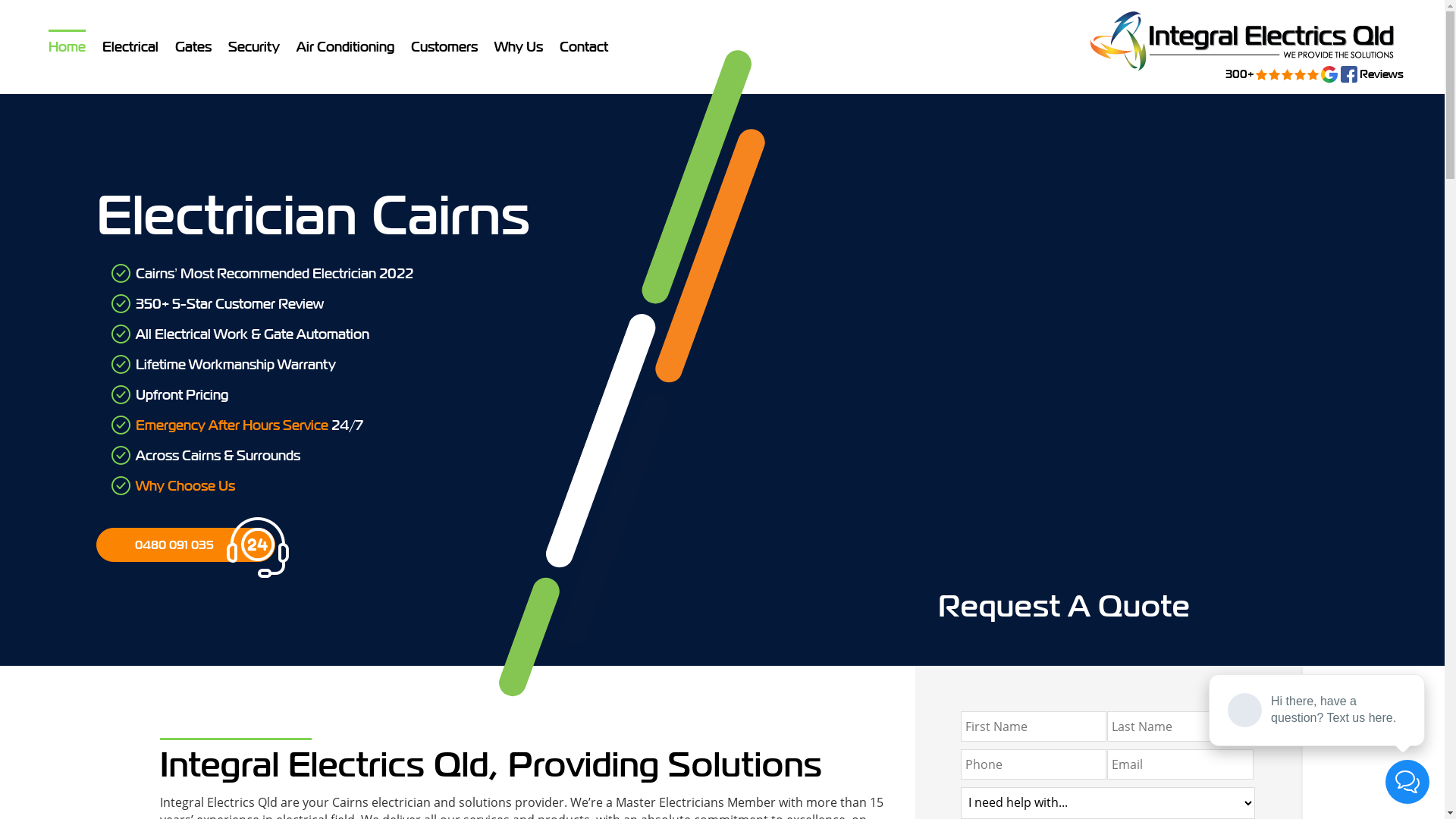 The image size is (1456, 819). I want to click on 'Customers', so click(443, 45).